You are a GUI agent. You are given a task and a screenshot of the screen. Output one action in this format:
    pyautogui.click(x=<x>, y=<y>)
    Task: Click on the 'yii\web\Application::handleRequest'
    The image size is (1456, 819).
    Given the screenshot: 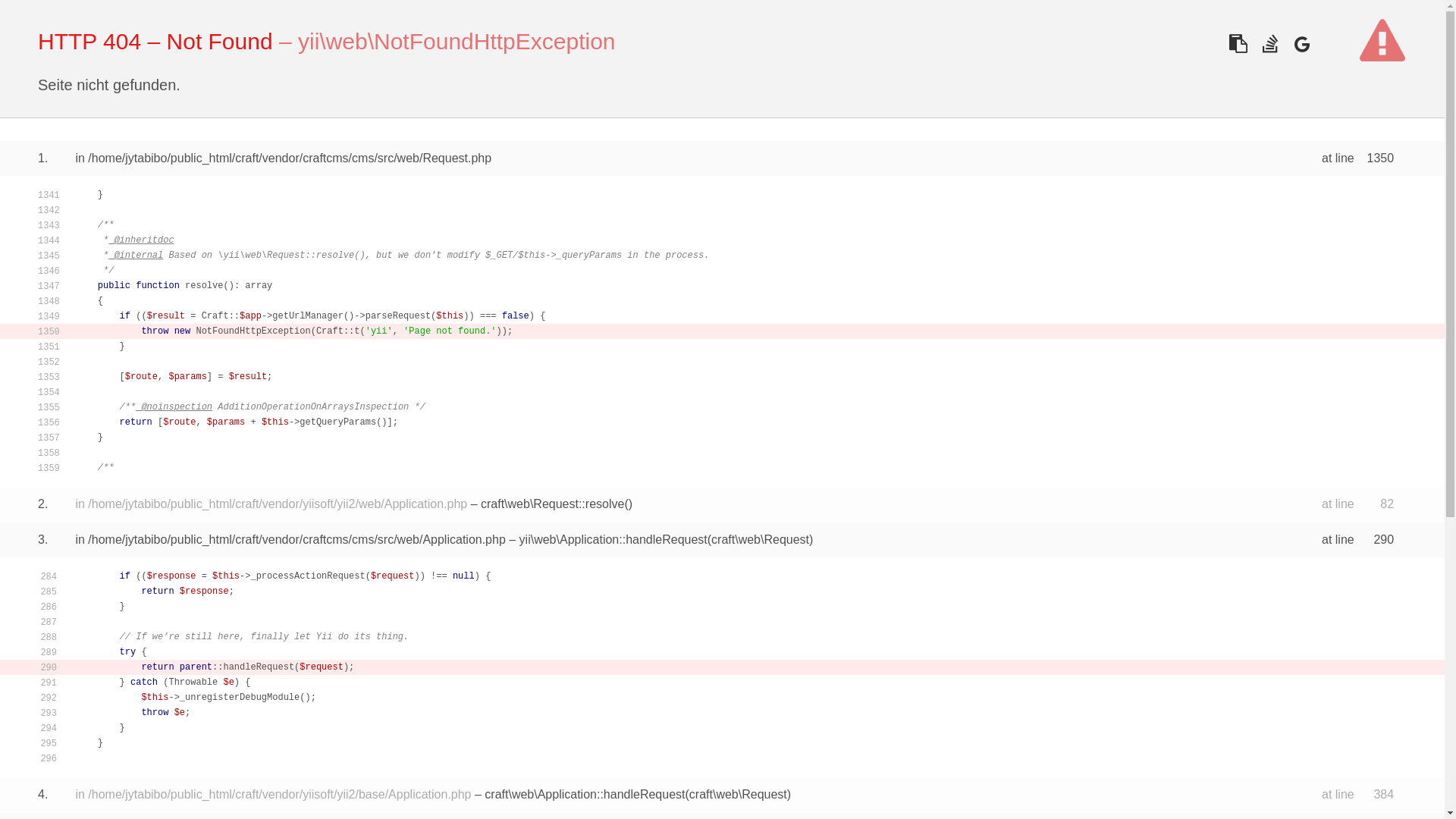 What is the action you would take?
    pyautogui.click(x=613, y=538)
    